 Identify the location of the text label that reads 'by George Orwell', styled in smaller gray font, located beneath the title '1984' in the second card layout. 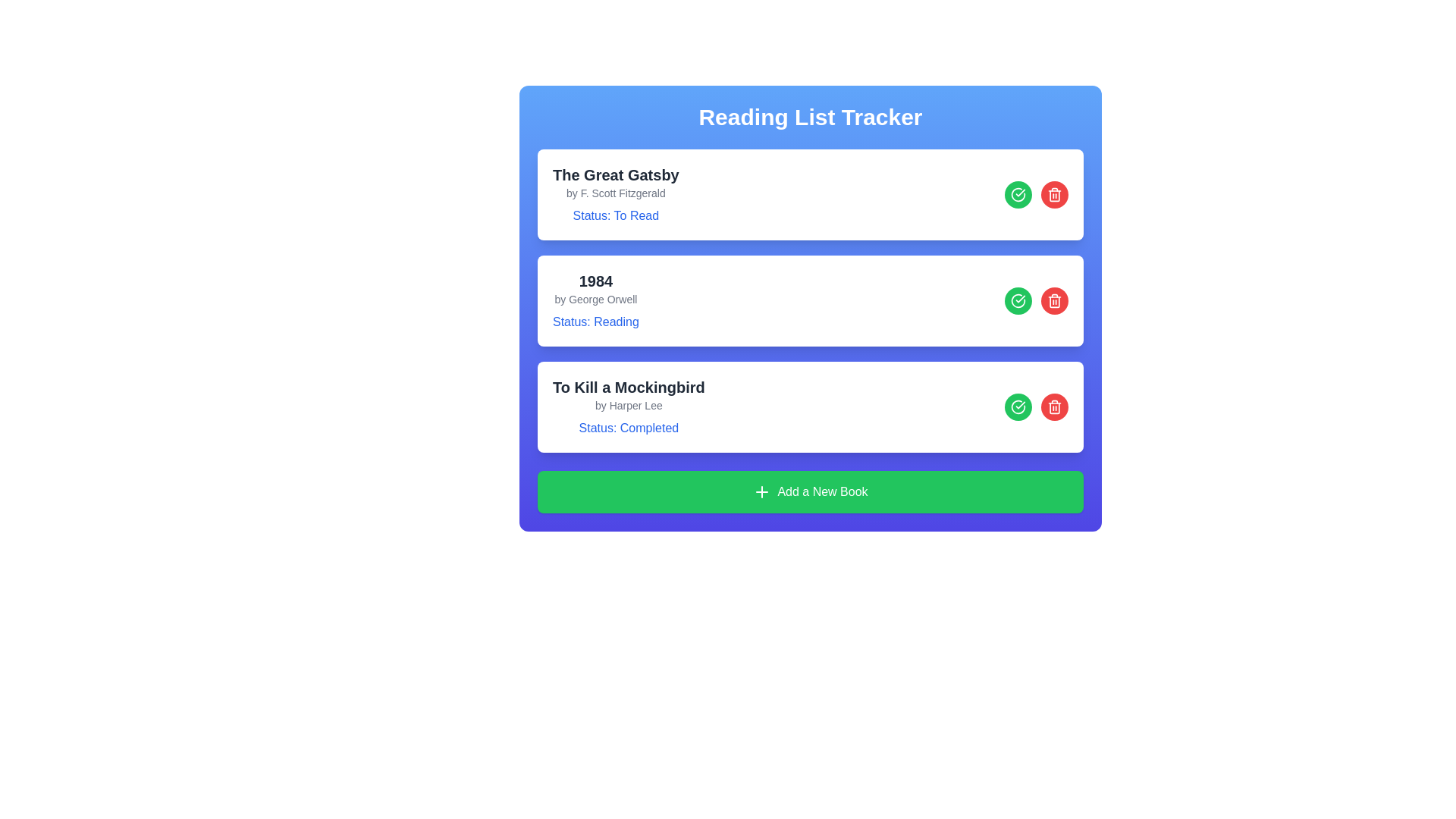
(595, 299).